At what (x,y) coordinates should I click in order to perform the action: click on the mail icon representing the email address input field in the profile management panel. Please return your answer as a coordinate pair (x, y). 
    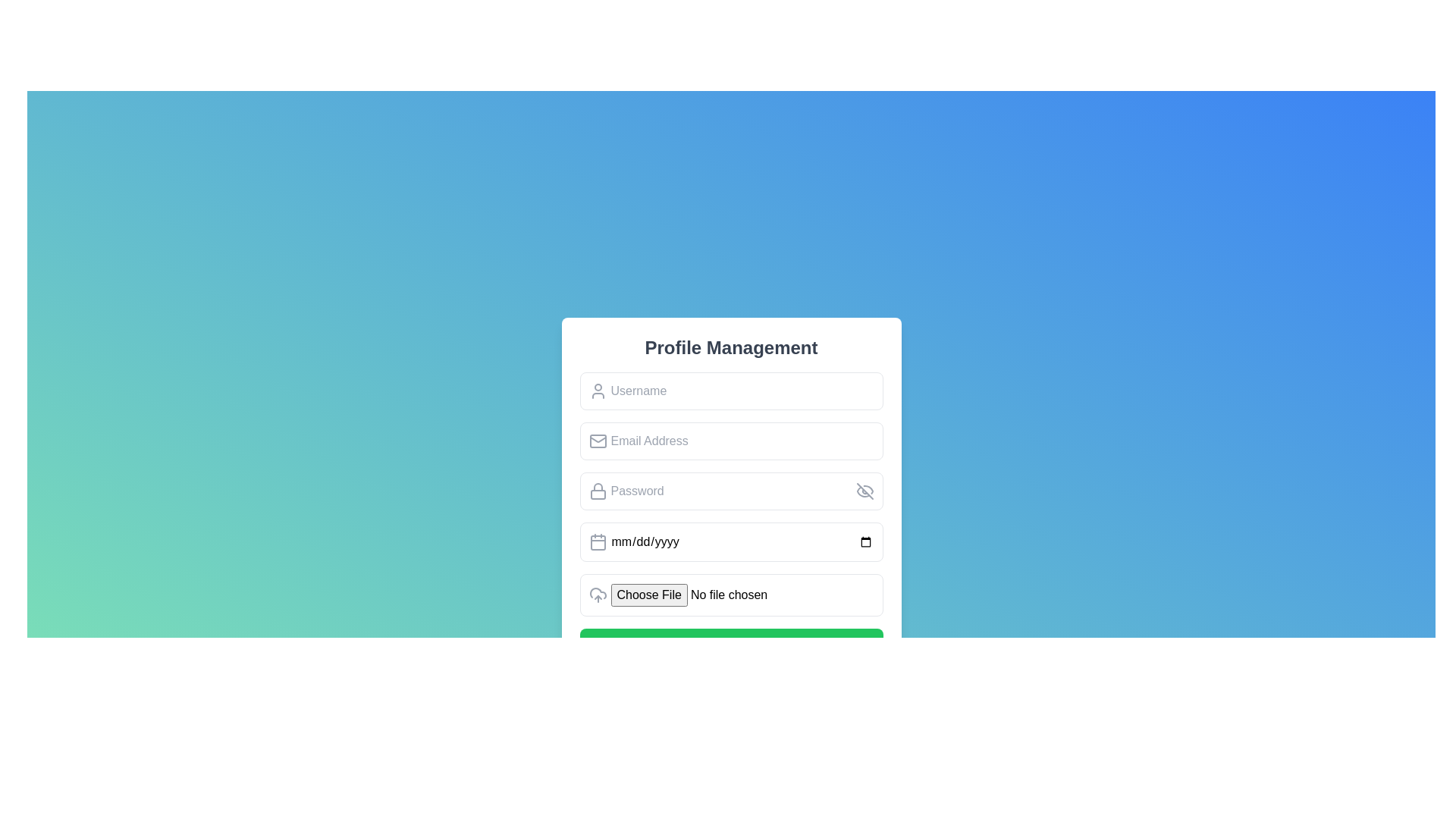
    Looking at the image, I should click on (597, 439).